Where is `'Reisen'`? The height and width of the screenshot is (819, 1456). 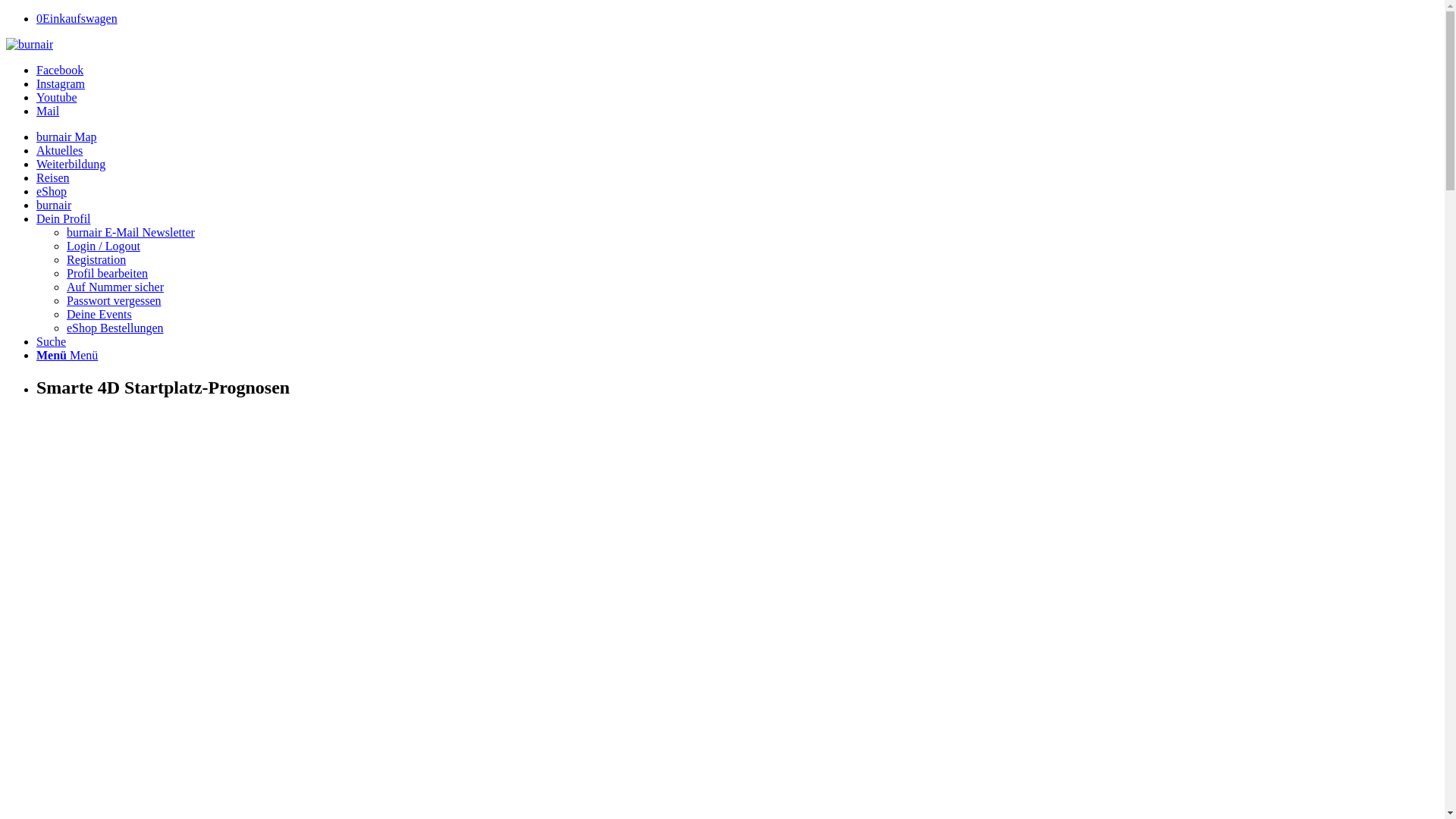
'Reisen' is located at coordinates (53, 177).